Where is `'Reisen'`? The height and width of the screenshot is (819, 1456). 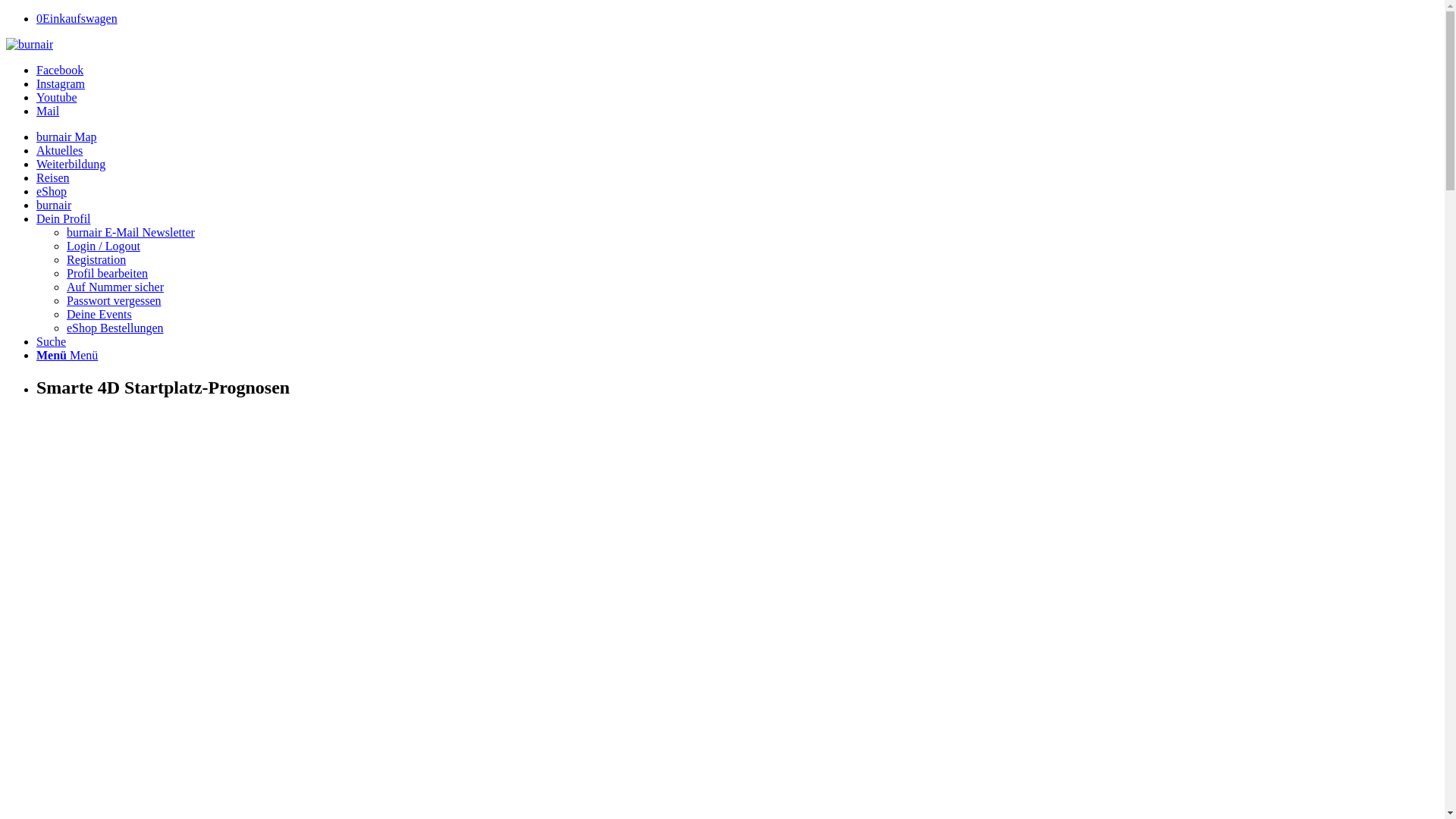
'Reisen' is located at coordinates (53, 177).